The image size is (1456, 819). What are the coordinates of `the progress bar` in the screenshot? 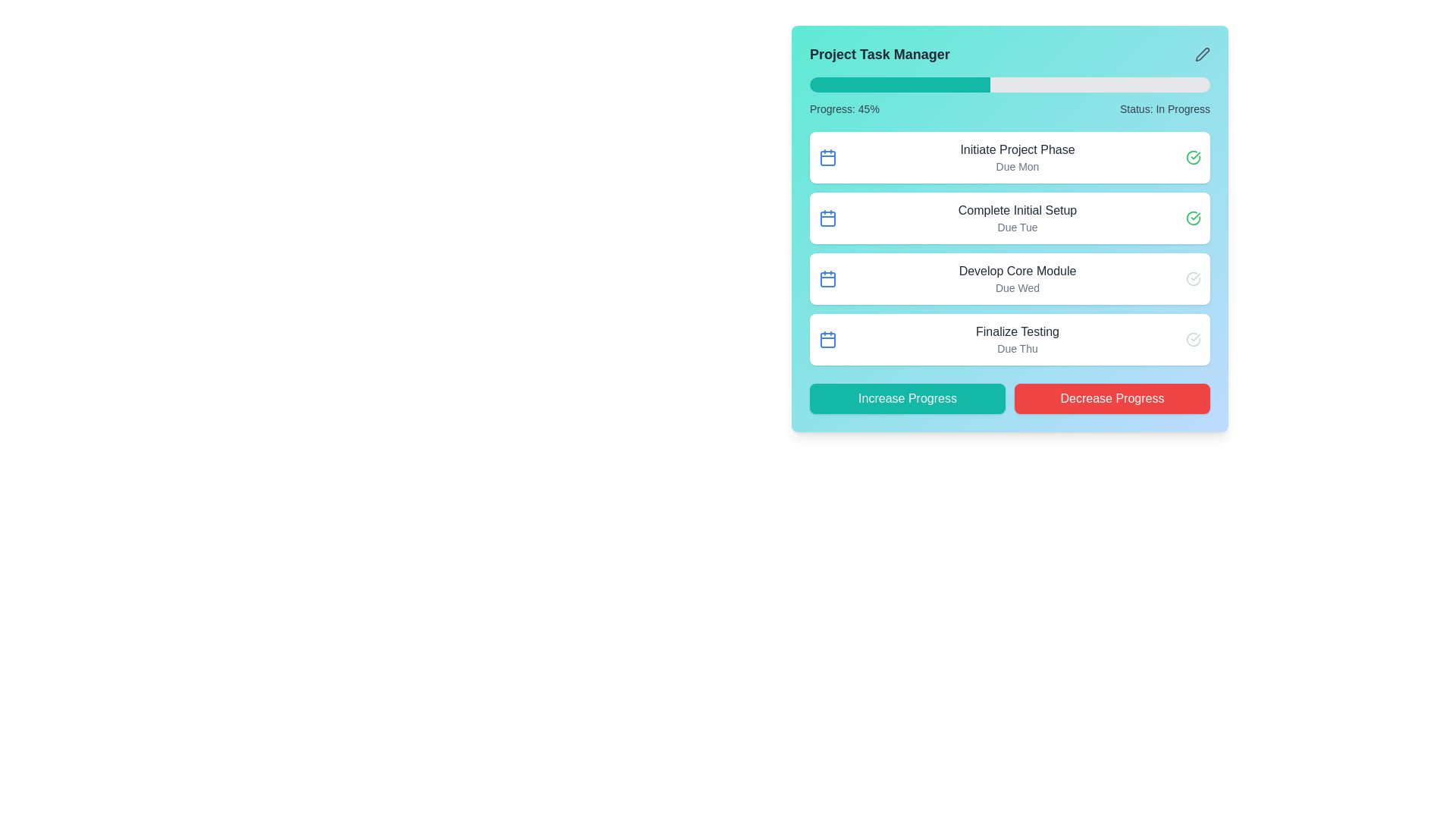 It's located at (849, 84).